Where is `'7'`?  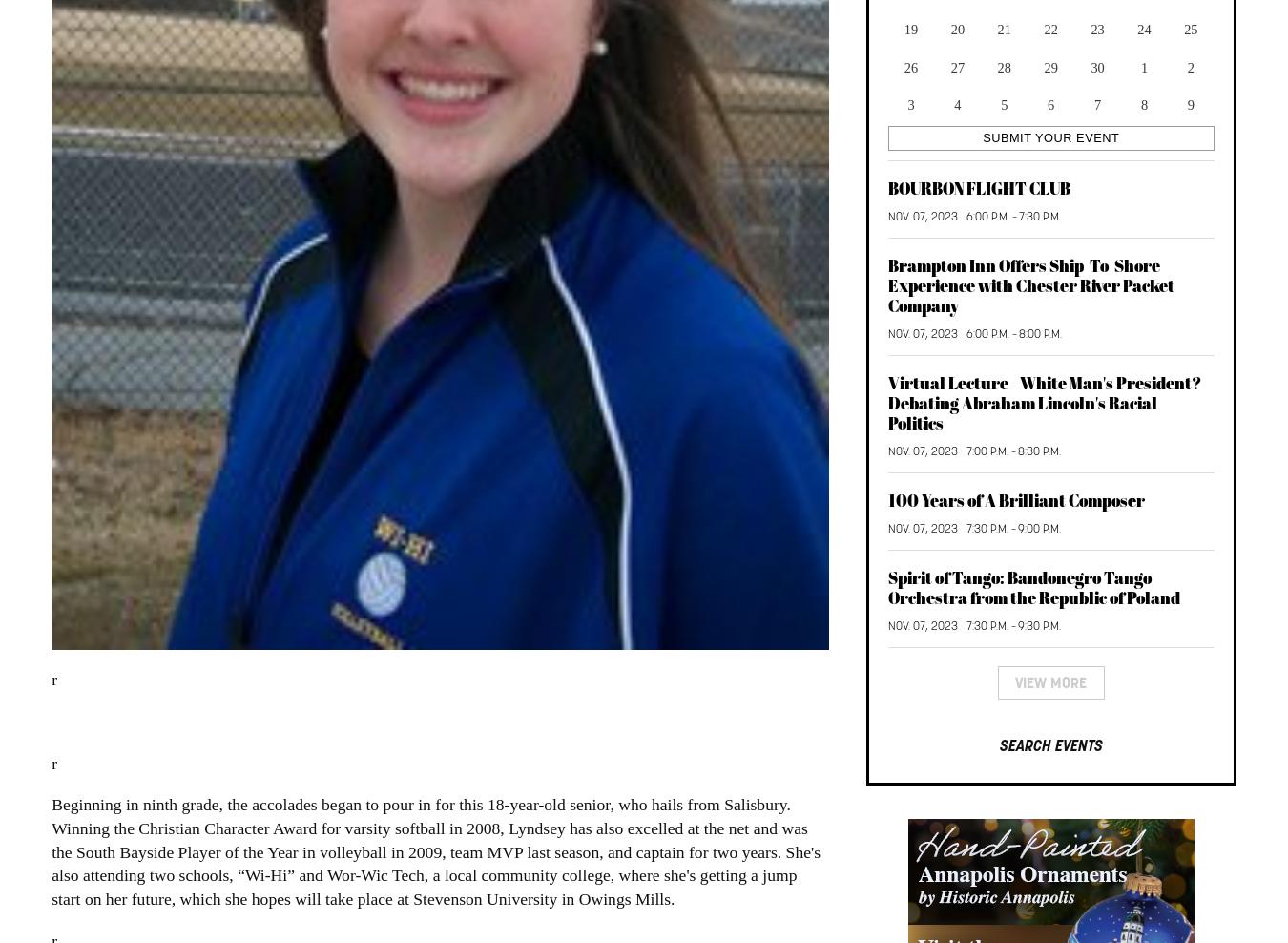 '7' is located at coordinates (1092, 103).